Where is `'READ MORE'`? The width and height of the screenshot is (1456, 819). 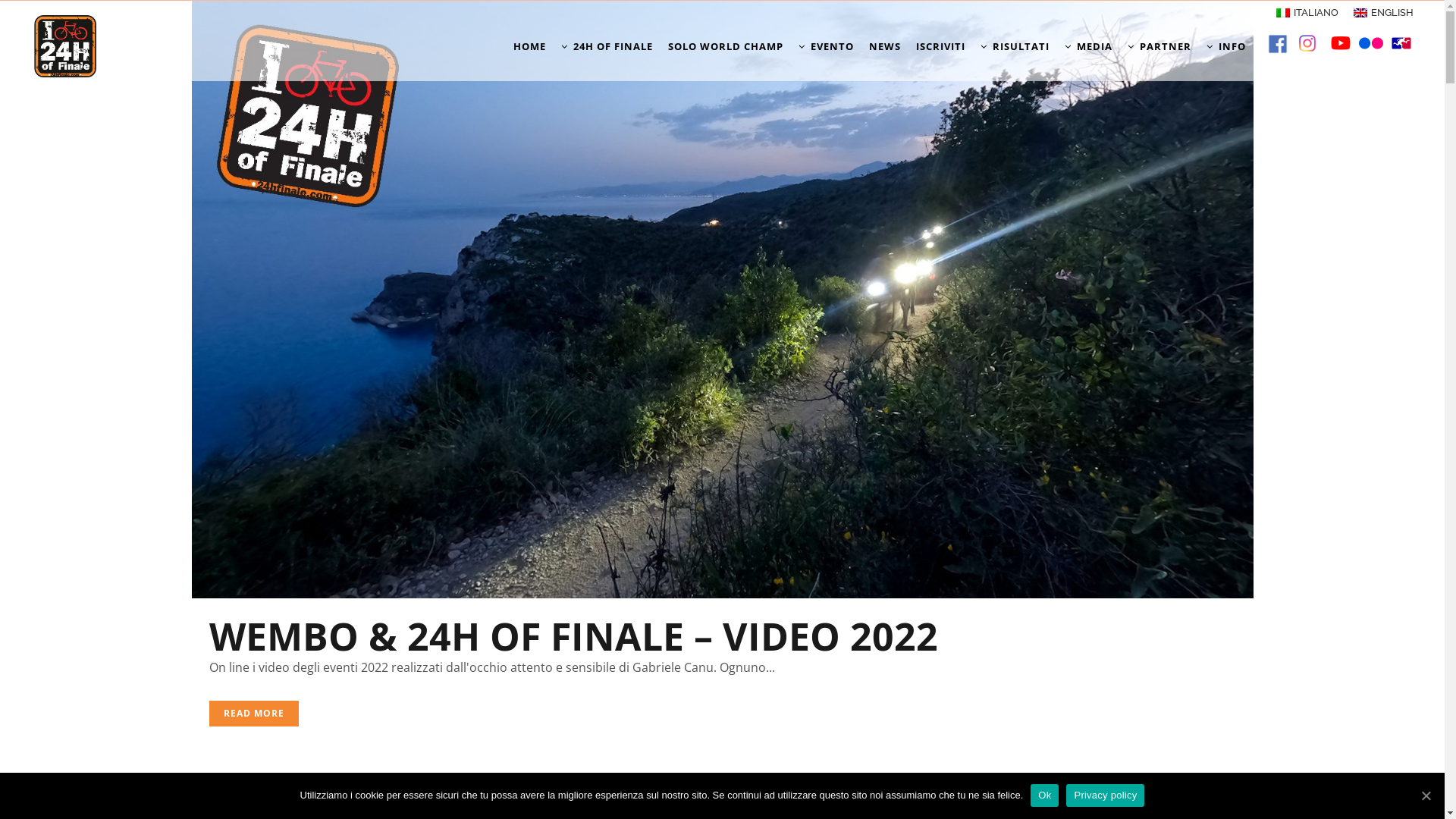 'READ MORE' is located at coordinates (254, 714).